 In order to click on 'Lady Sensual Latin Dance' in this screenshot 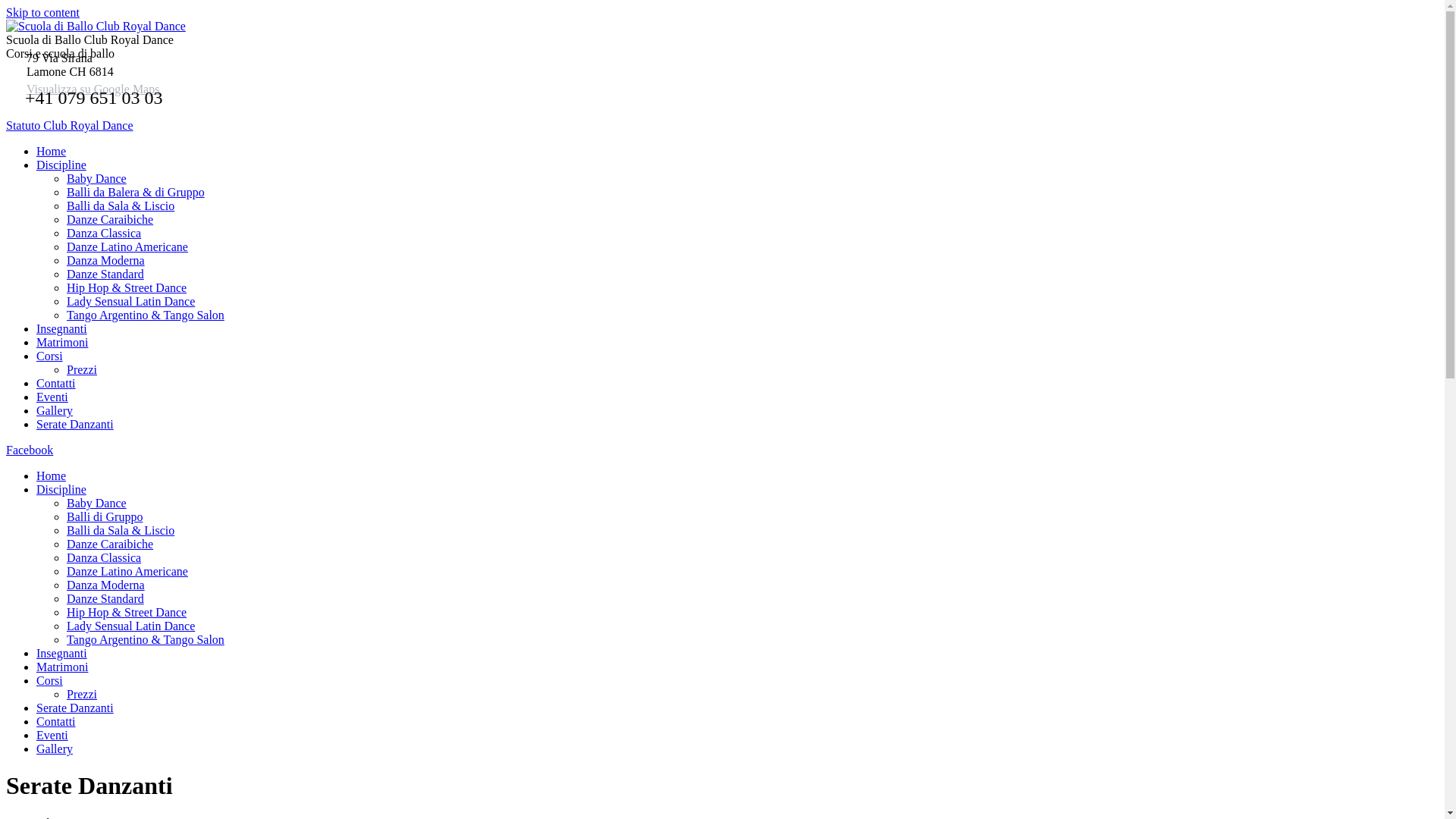, I will do `click(130, 626)`.